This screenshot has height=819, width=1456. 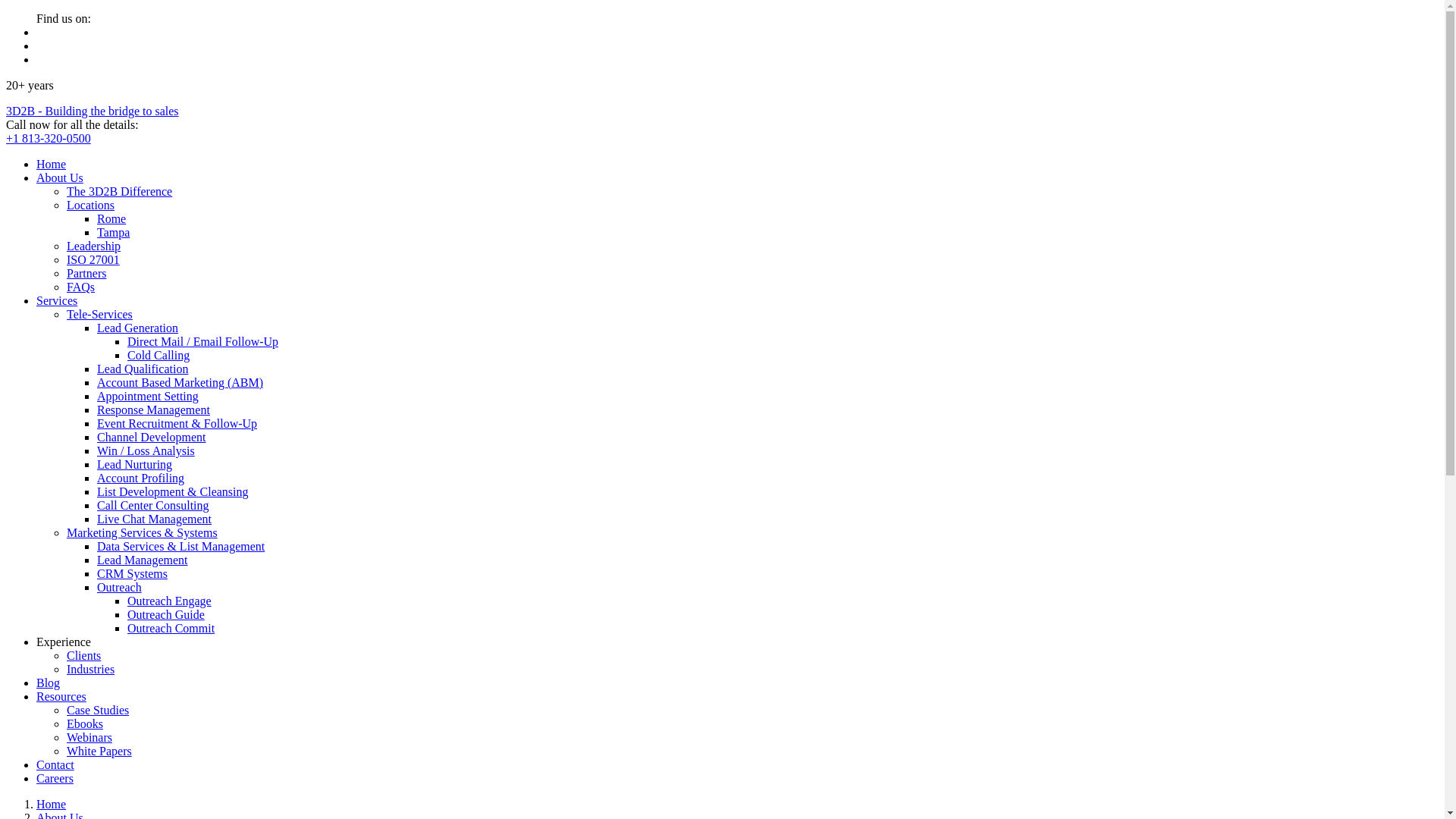 What do you see at coordinates (83, 723) in the screenshot?
I see `'Ebooks'` at bounding box center [83, 723].